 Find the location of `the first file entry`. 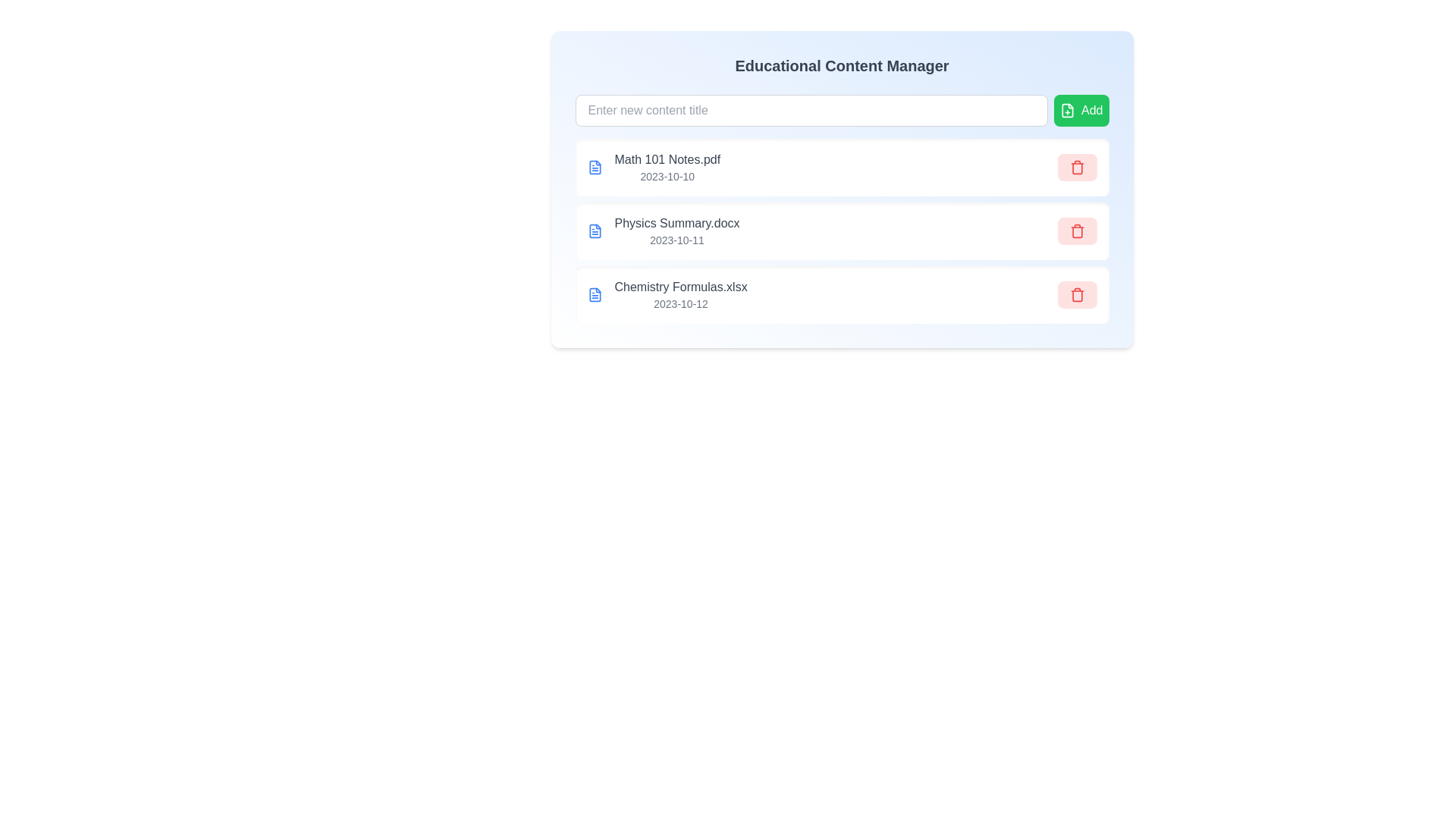

the first file entry is located at coordinates (667, 167).